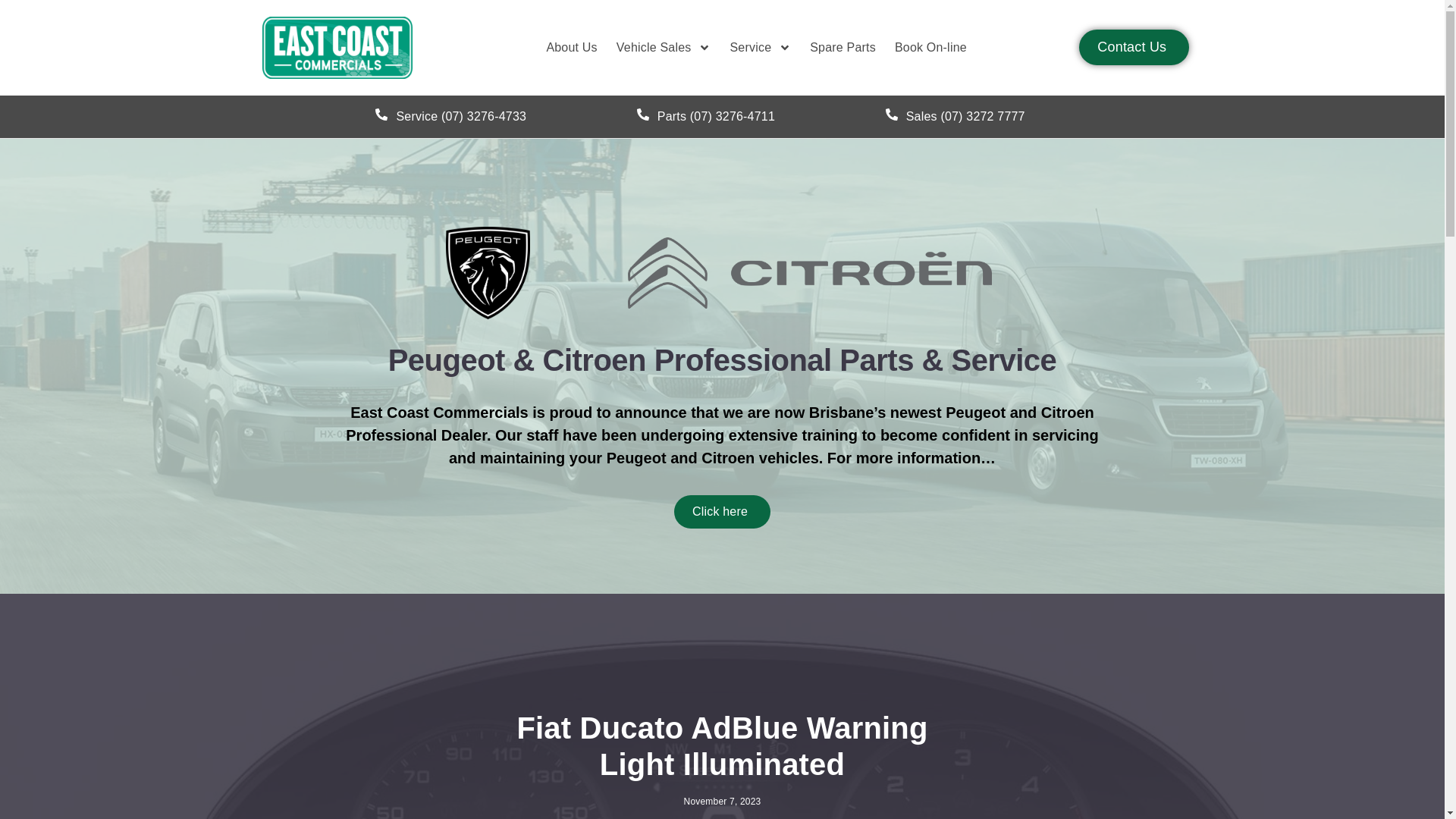 The width and height of the screenshot is (1456, 819). Describe the element at coordinates (954, 116) in the screenshot. I see `'Sales (07) 3272 7777'` at that location.